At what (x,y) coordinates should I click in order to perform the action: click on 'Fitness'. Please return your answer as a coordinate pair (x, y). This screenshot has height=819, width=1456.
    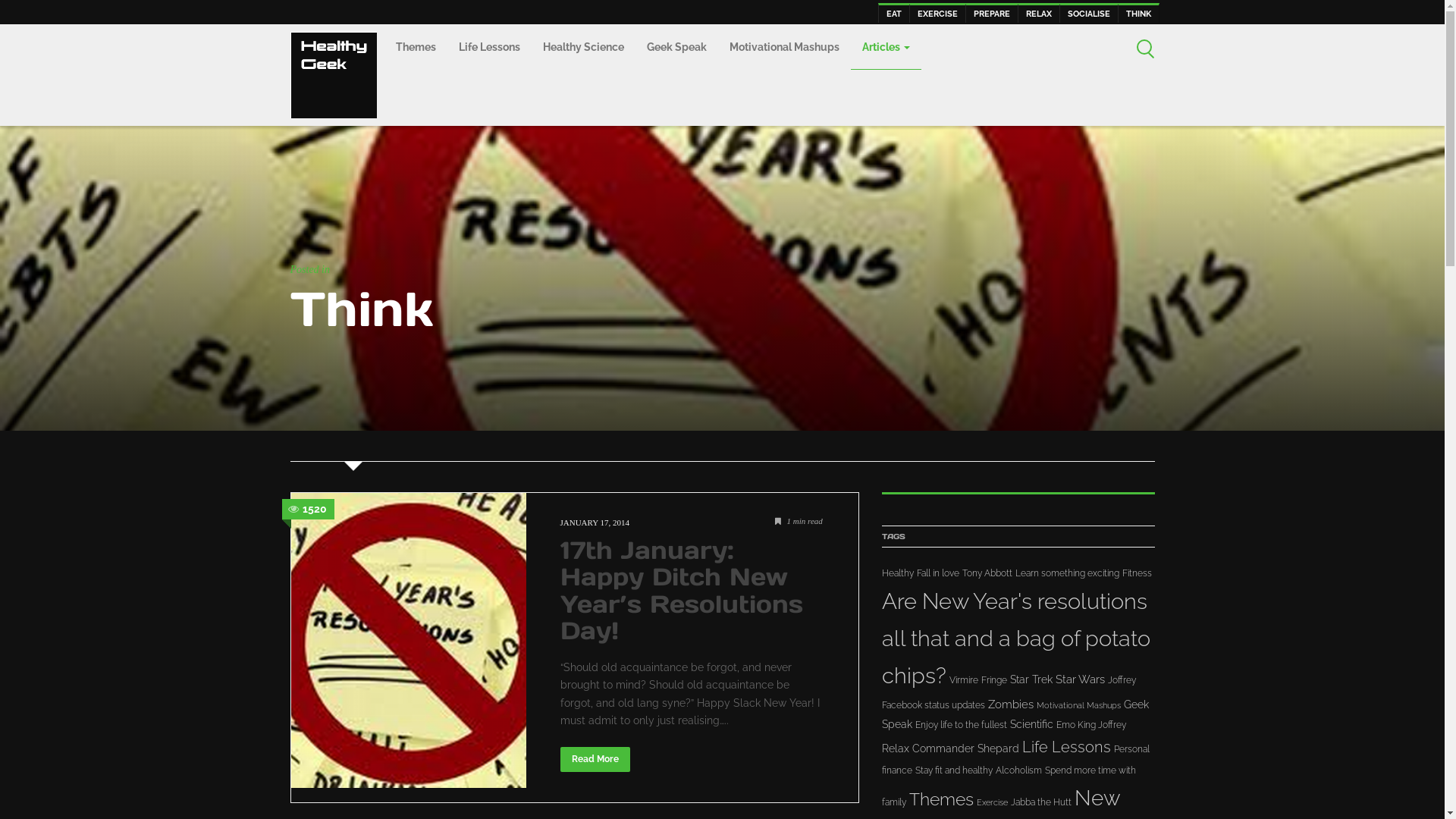
    Looking at the image, I should click on (1137, 573).